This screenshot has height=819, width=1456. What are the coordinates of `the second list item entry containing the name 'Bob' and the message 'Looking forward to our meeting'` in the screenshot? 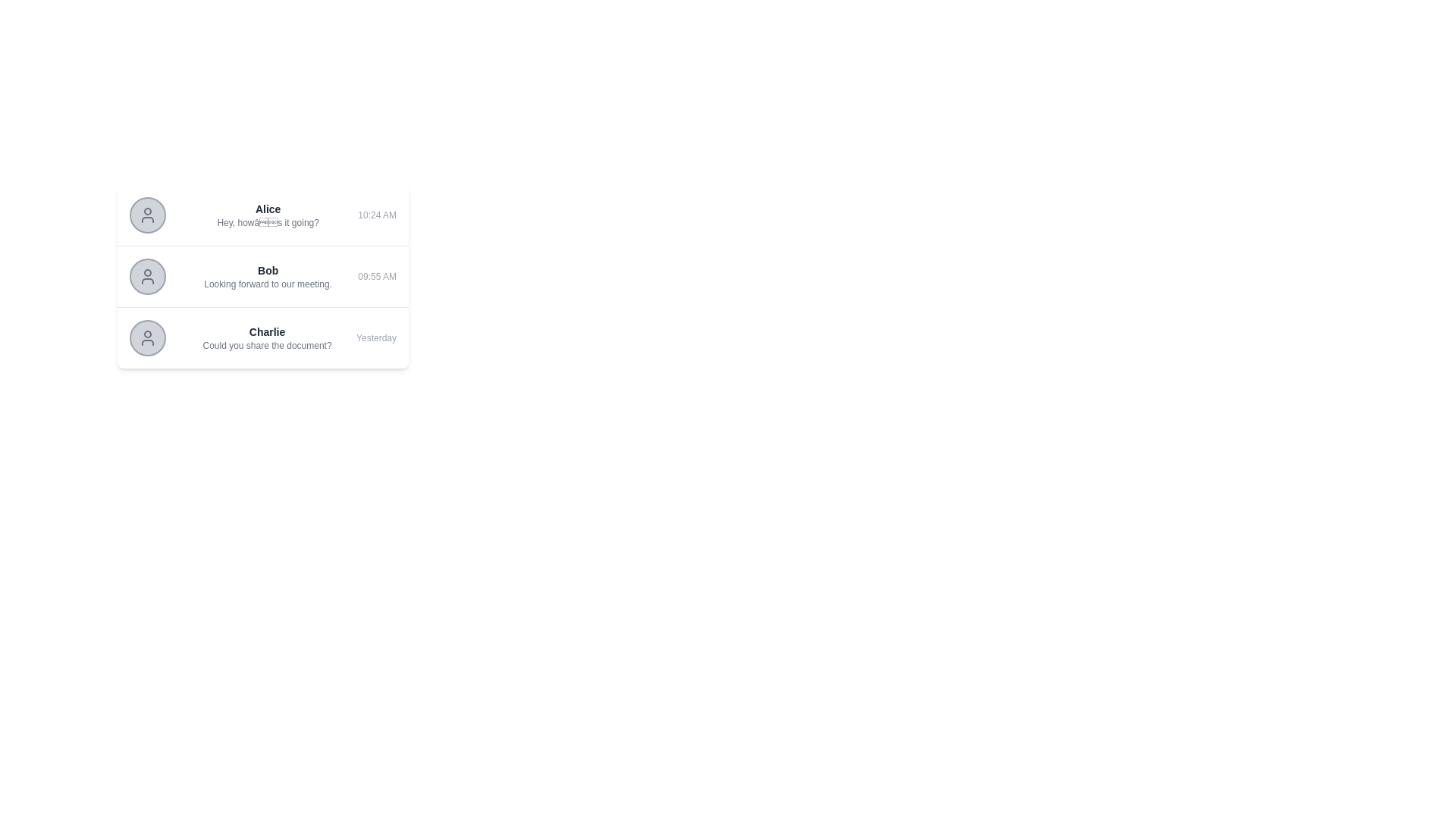 It's located at (262, 277).